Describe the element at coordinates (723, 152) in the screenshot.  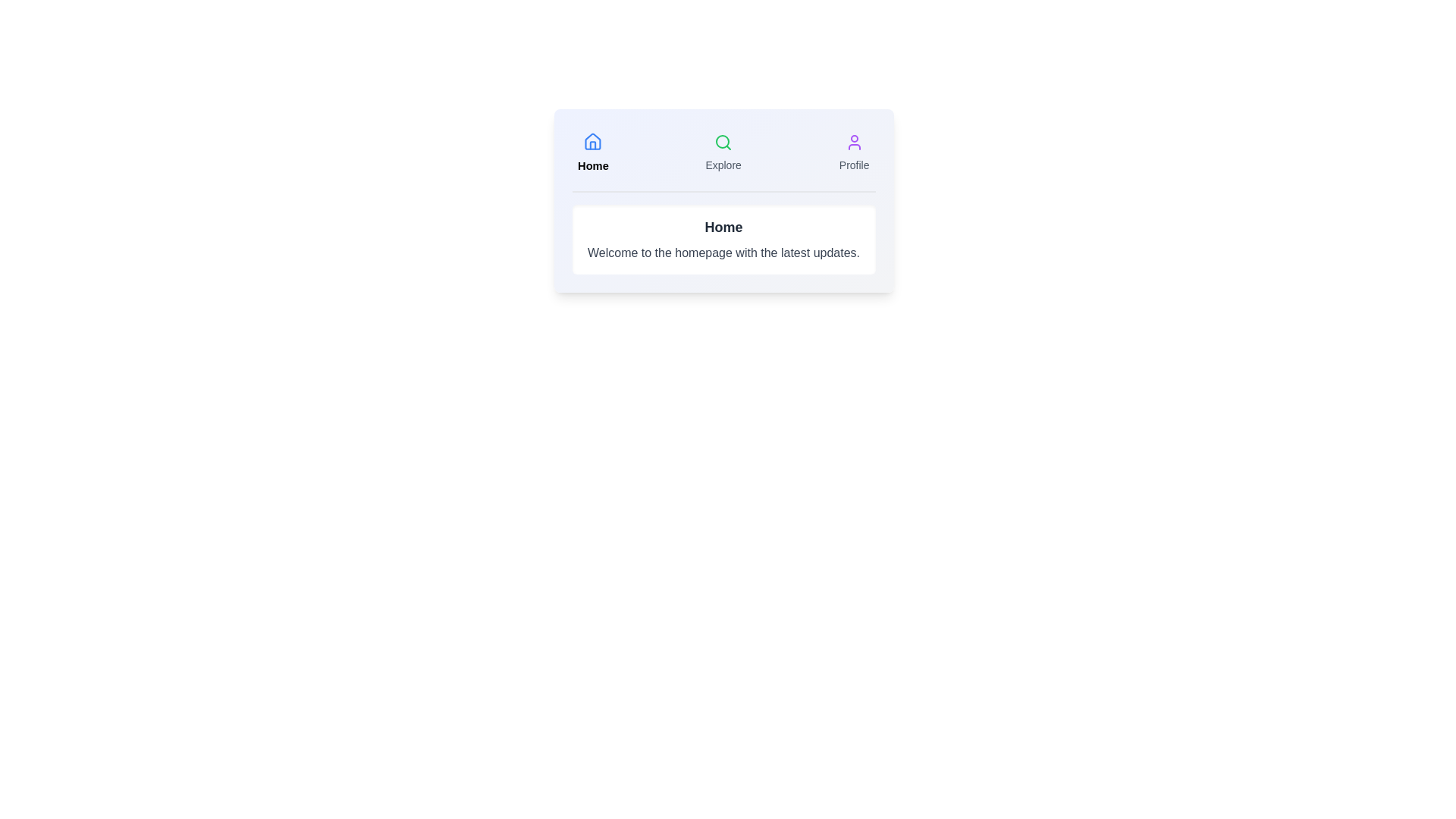
I see `the Explore tab to switch content` at that location.